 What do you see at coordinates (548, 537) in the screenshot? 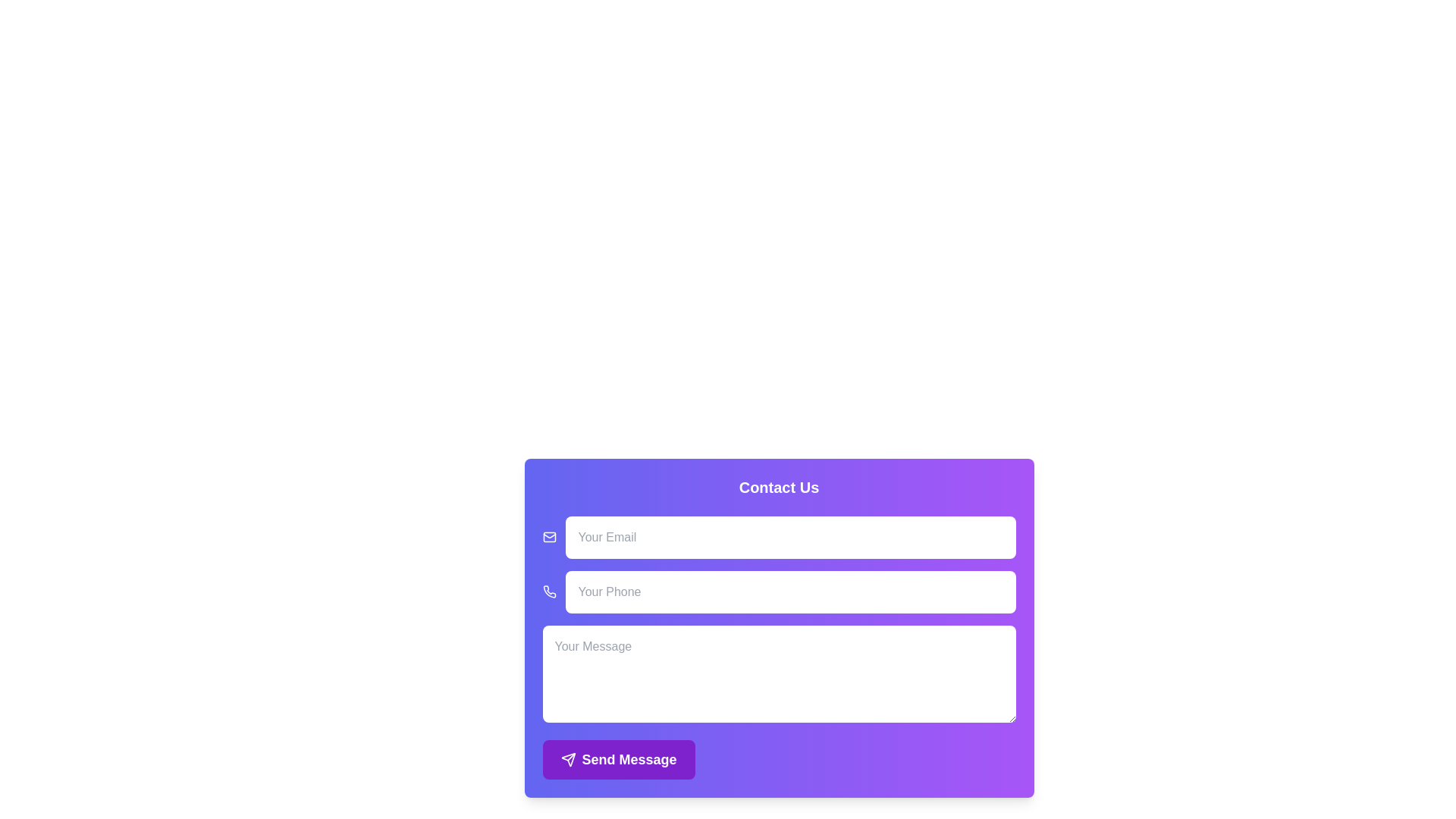
I see `the email icon, which is a minimal envelope symbol outlined without fill, located at the top left of the 'Contact Us' panel adjacent to the 'Your Email' text input box` at bounding box center [548, 537].